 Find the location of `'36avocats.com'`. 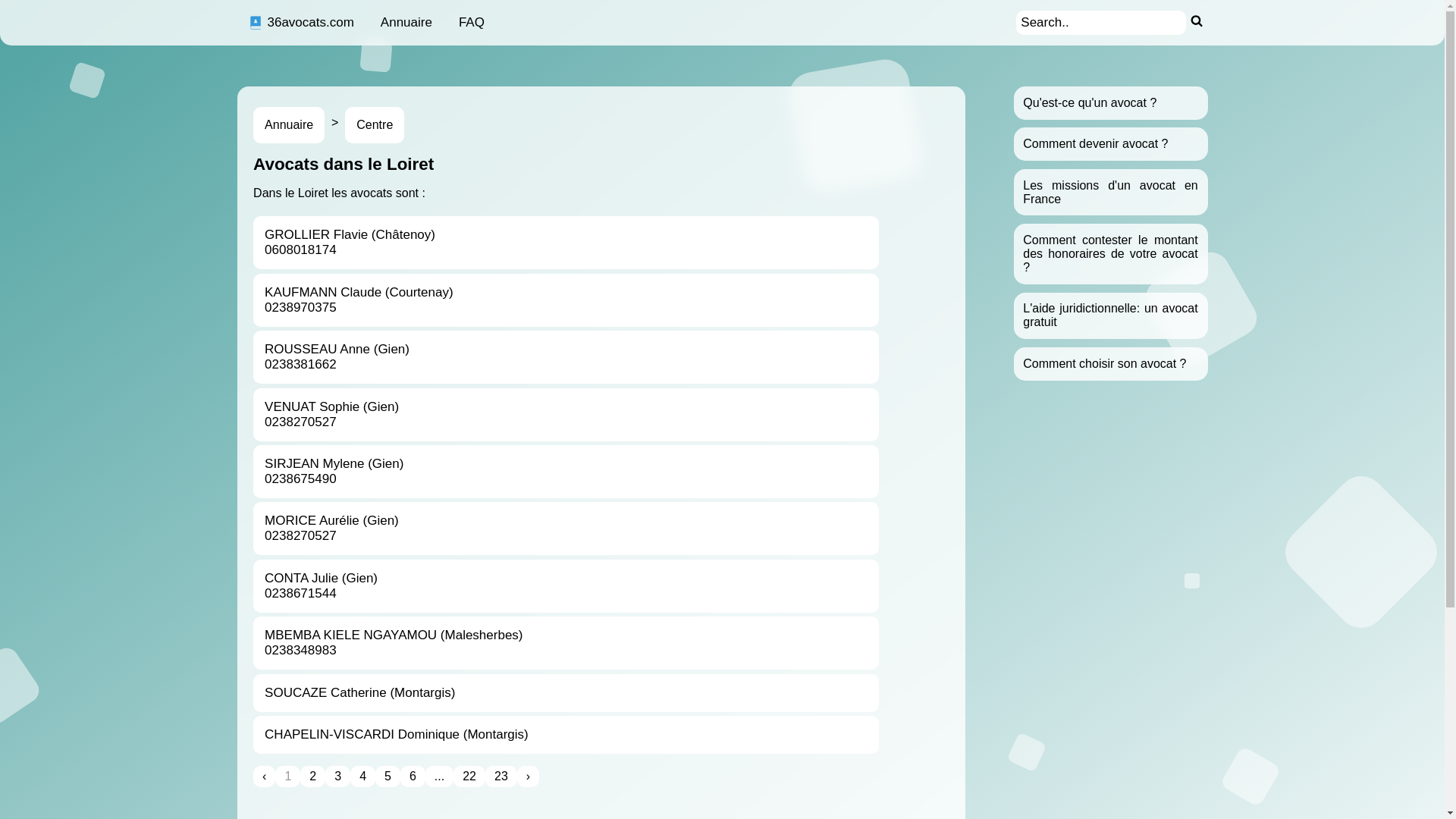

'36avocats.com' is located at coordinates (300, 23).